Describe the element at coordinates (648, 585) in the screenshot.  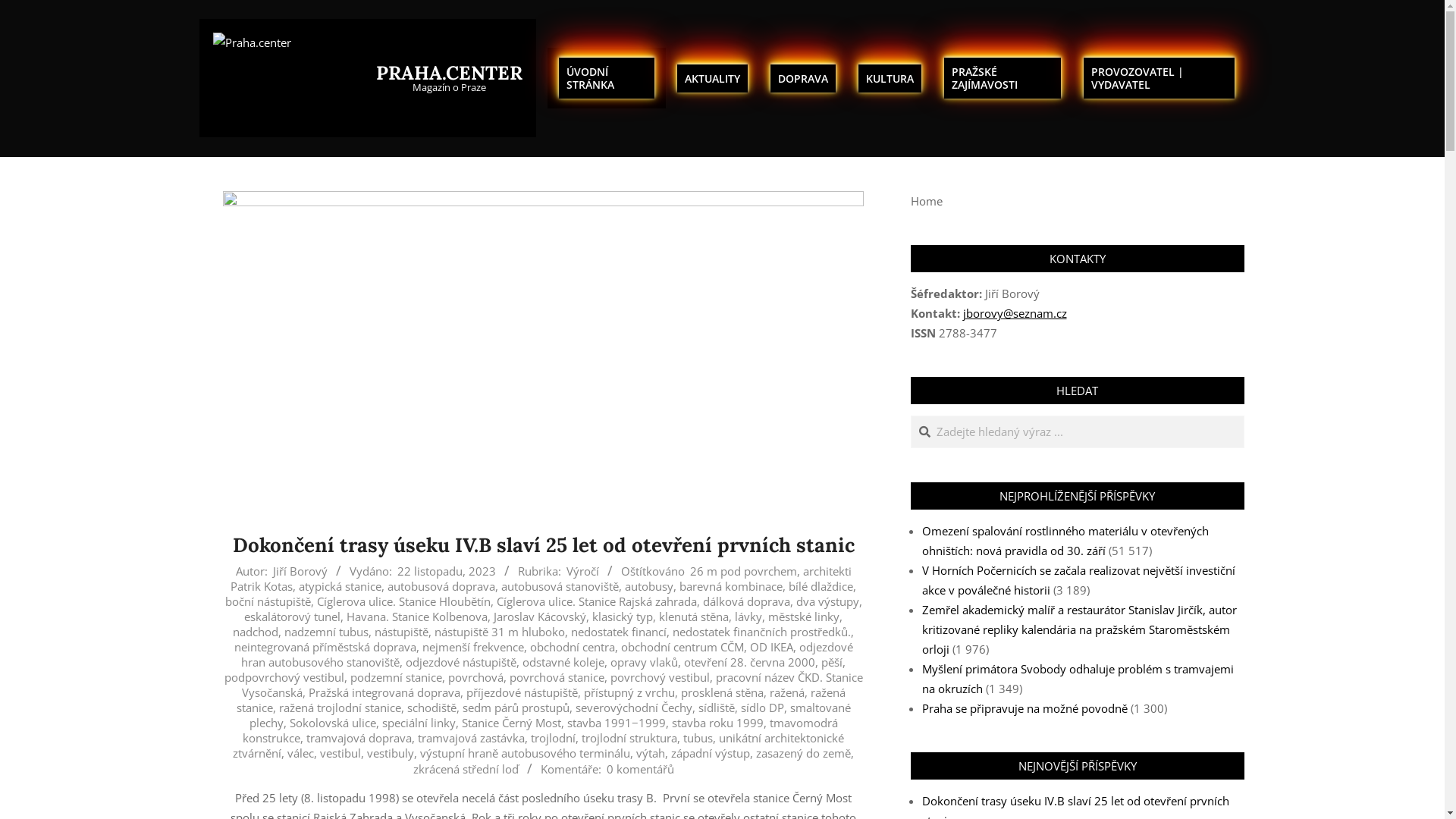
I see `'autobusy'` at that location.